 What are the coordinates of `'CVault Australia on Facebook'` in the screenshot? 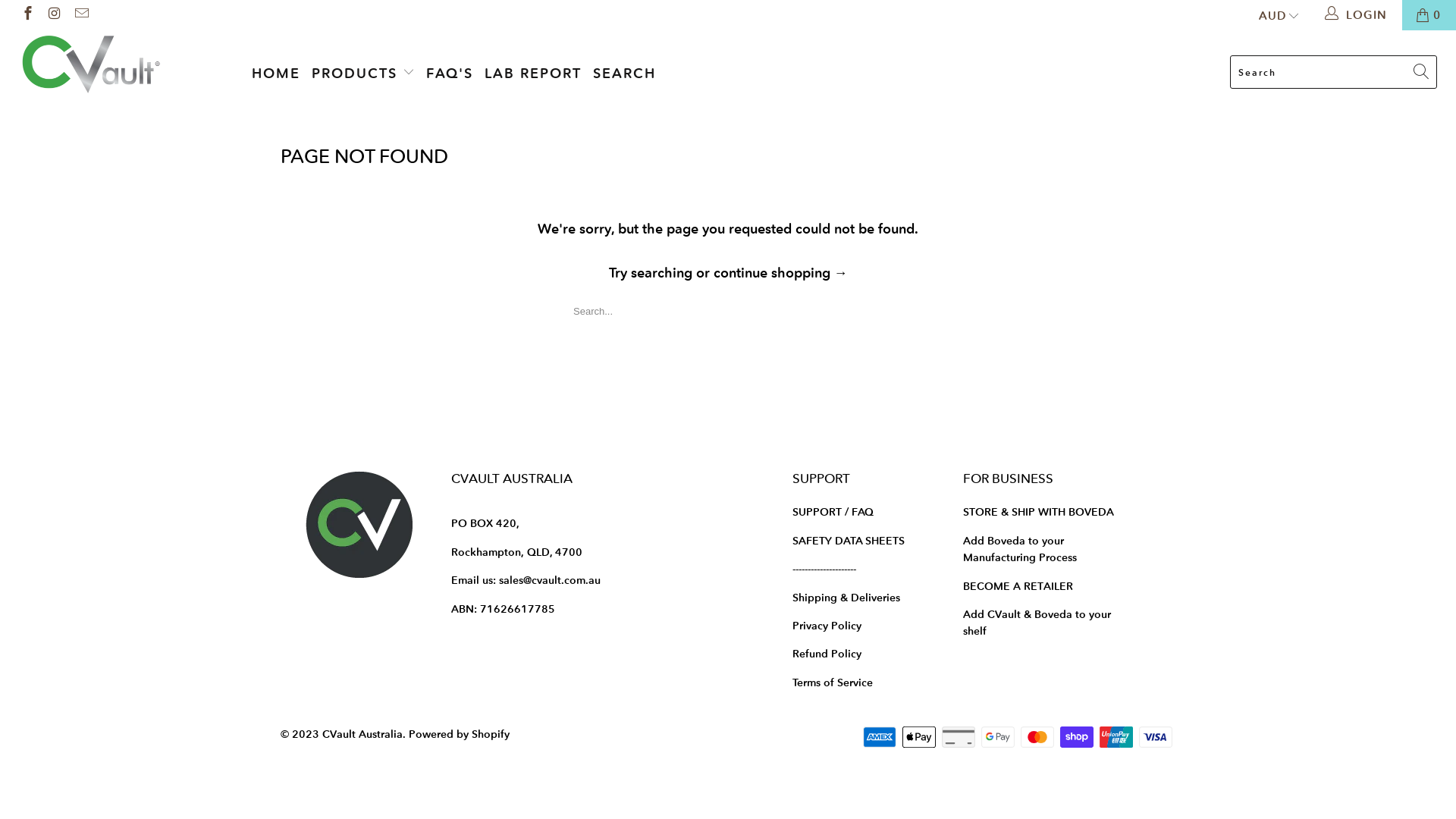 It's located at (18, 14).